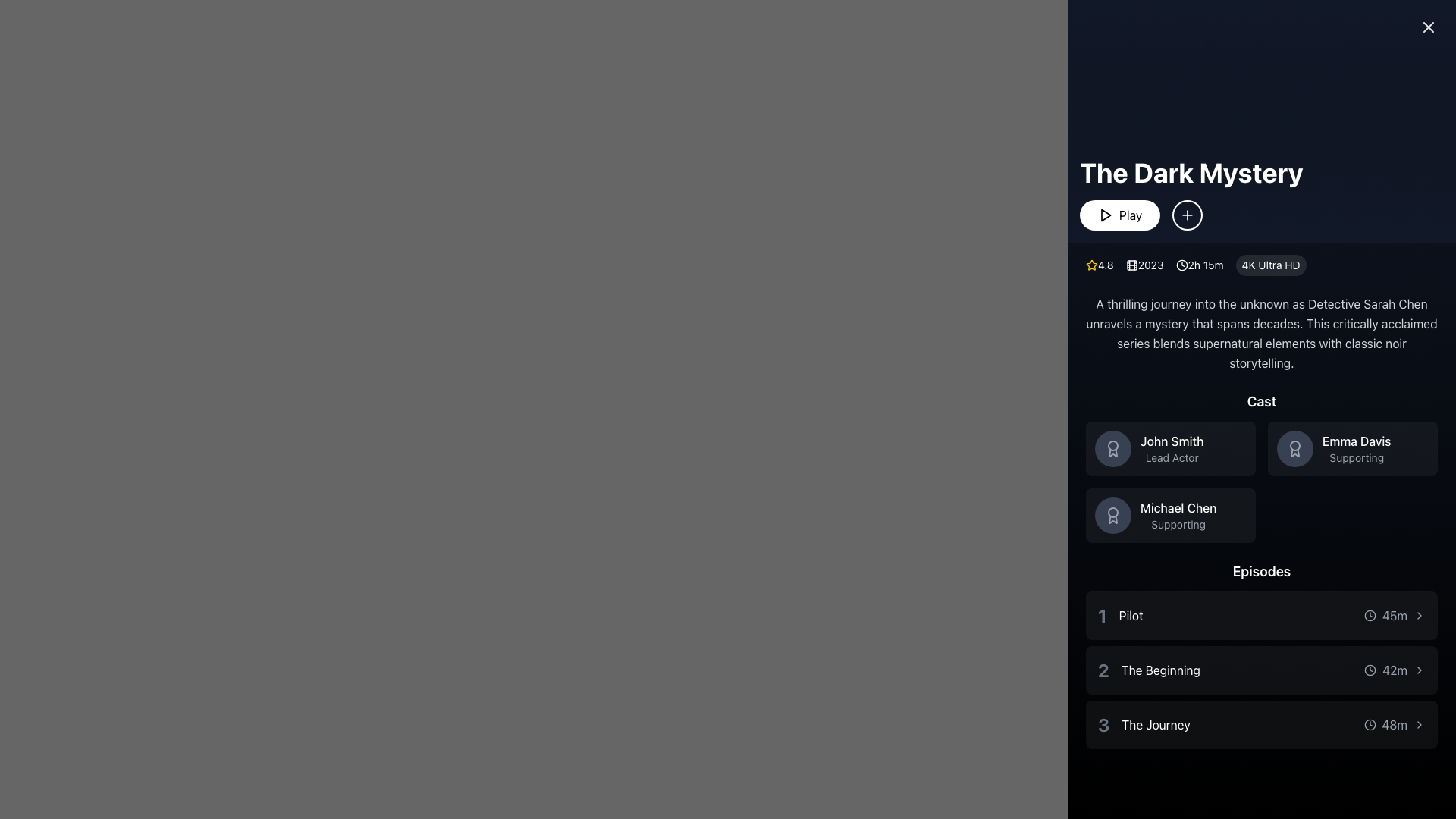 The height and width of the screenshot is (819, 1456). Describe the element at coordinates (1395, 616) in the screenshot. I see `the duration text element for the episode 'Pilot' located on the right side of the episode entry, following a clock icon and preceding a right-arrow icon` at that location.